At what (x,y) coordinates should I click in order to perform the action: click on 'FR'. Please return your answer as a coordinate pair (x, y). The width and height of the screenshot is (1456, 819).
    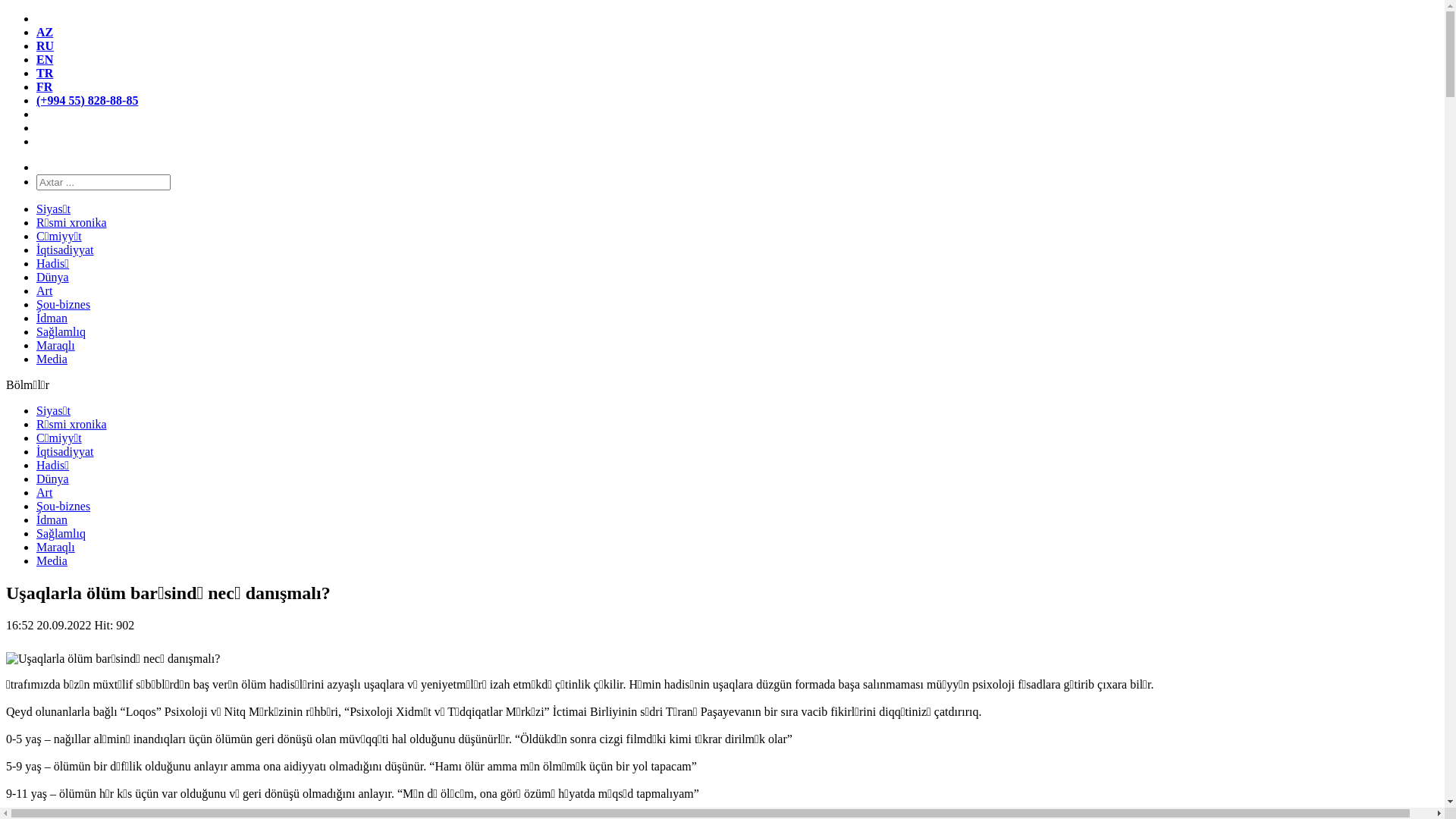
    Looking at the image, I should click on (44, 86).